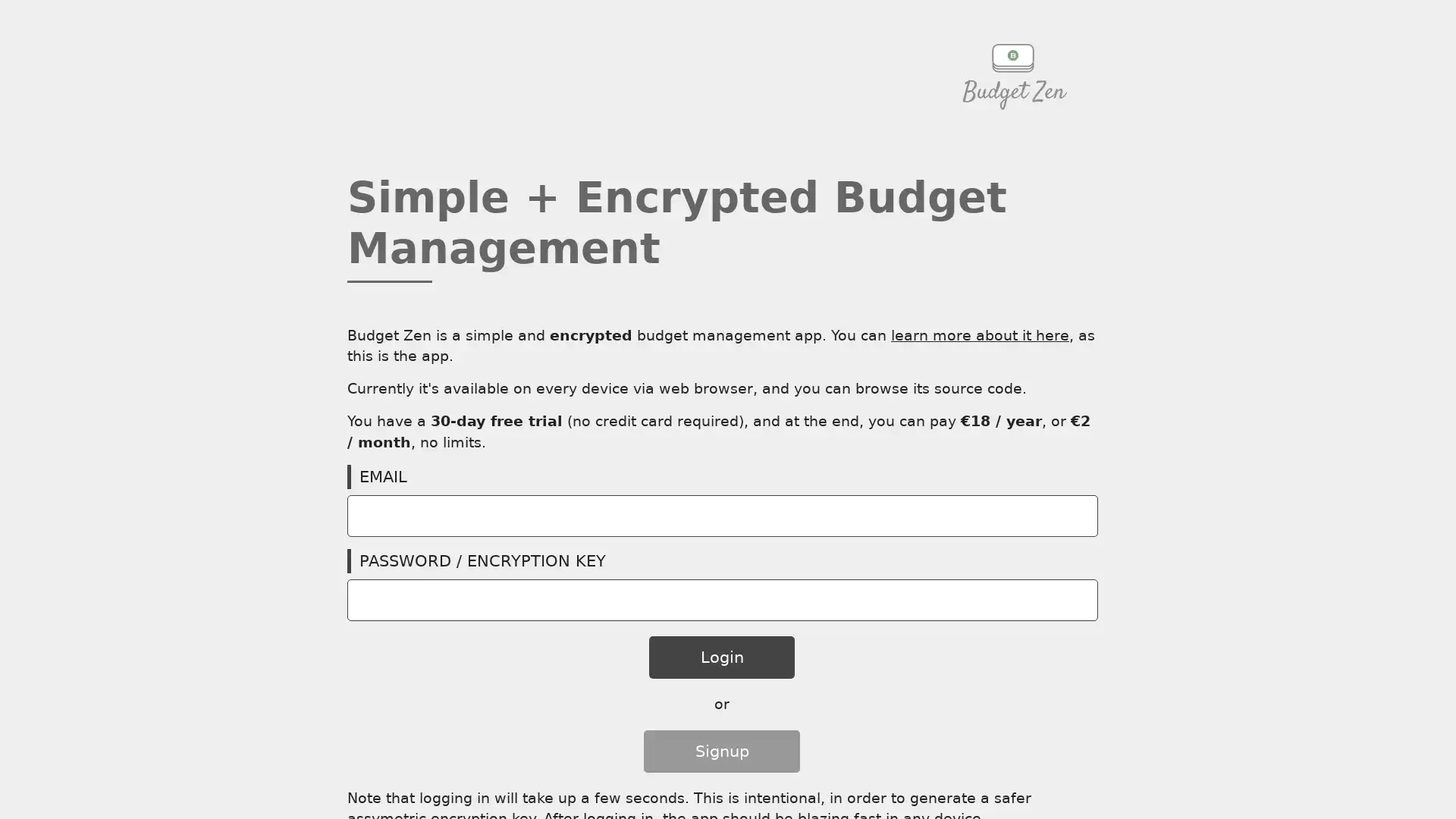 The width and height of the screenshot is (1456, 819). Describe the element at coordinates (720, 751) in the screenshot. I see `Signup` at that location.